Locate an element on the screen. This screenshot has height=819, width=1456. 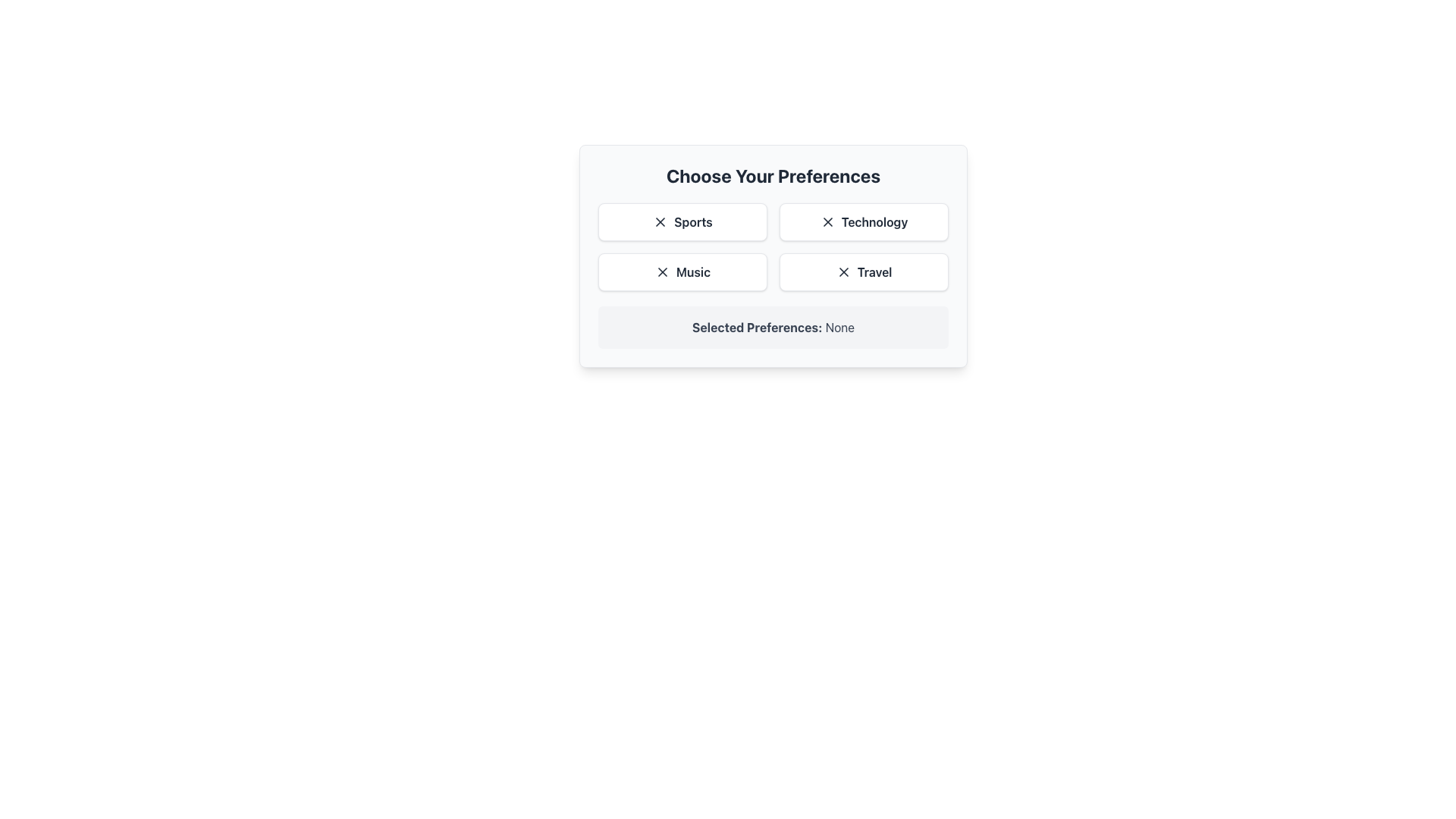
the 'Music' preference button using keyboard navigation is located at coordinates (682, 271).